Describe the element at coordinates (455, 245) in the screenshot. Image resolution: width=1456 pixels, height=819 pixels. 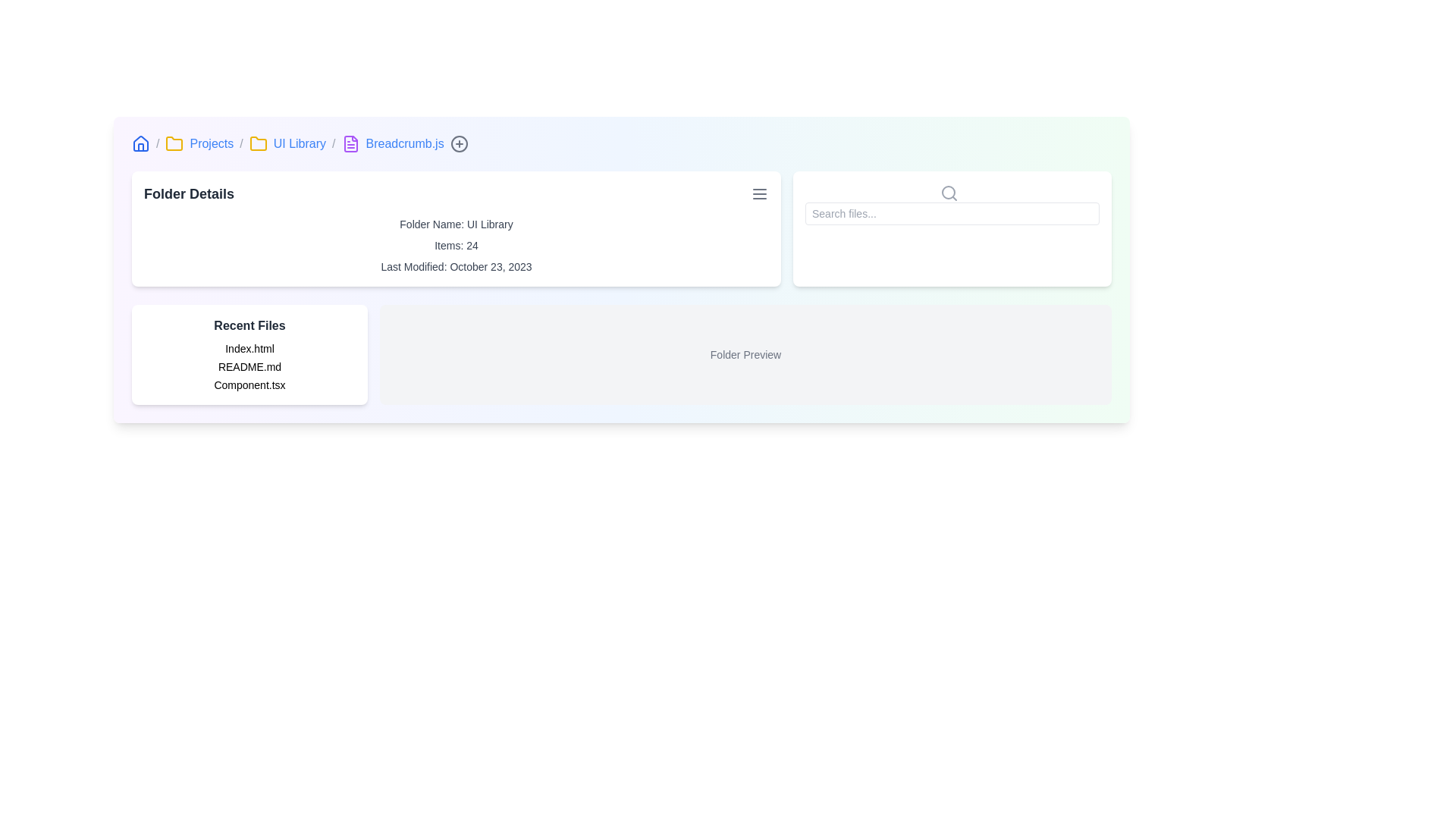
I see `the text block displaying folder details, which includes 'Folder Name: UI Library', 'Items: 24', and 'Last Modified: October 23, 2023', located within the 'Folder Details' card` at that location.